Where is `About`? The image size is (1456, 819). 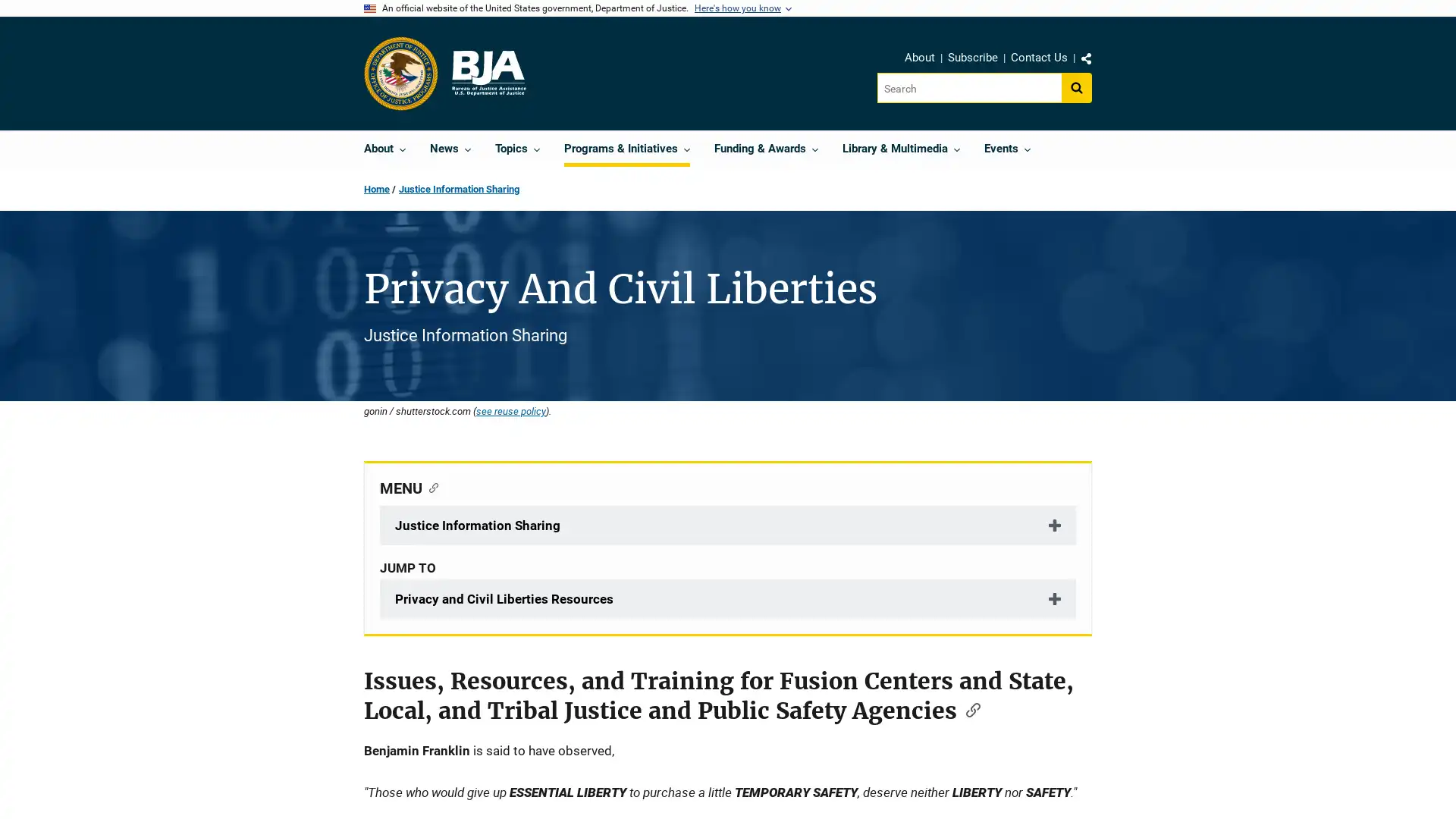
About is located at coordinates (384, 149).